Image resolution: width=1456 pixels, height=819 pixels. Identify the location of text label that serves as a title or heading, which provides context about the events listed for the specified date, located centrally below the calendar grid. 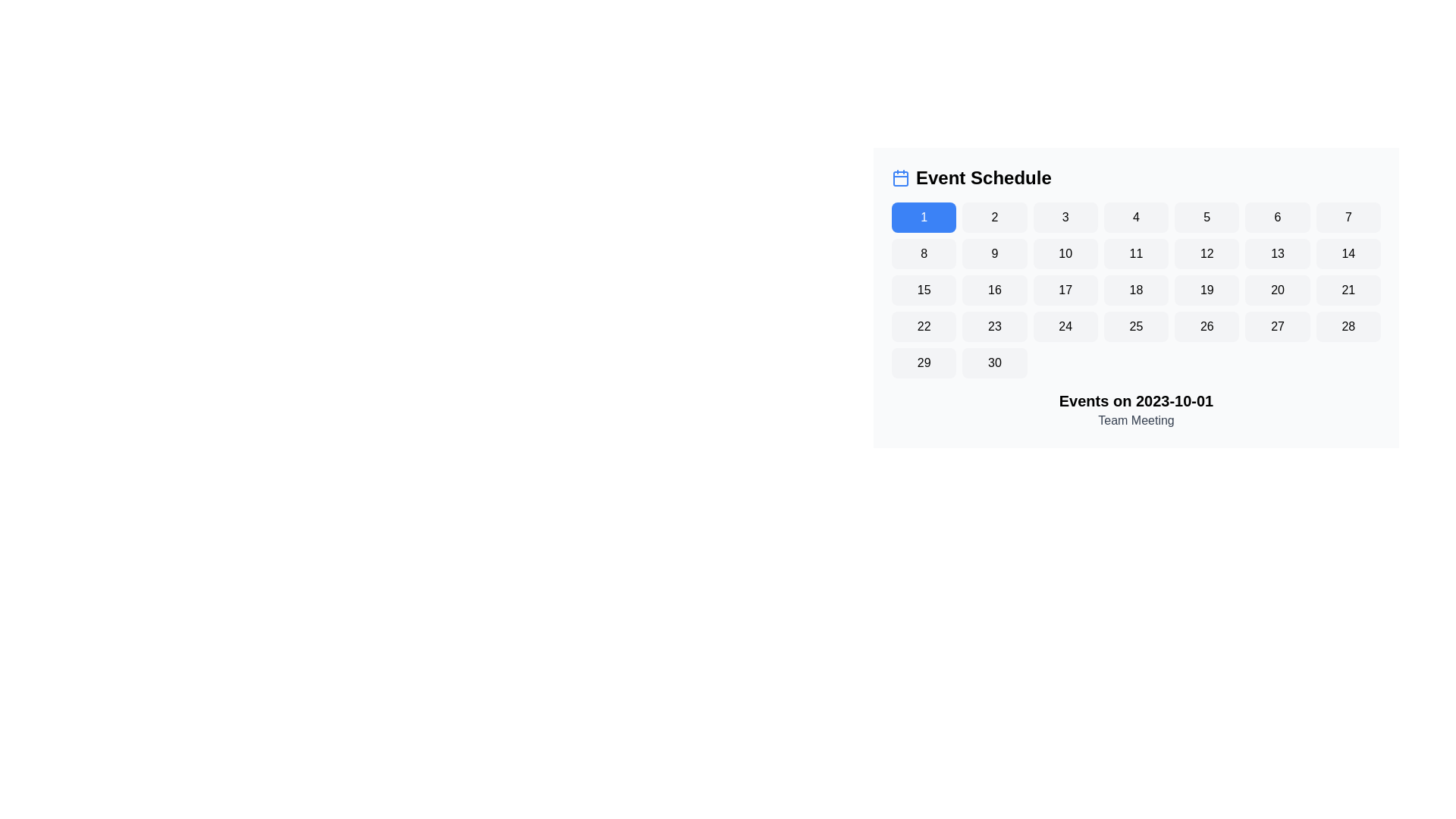
(1136, 400).